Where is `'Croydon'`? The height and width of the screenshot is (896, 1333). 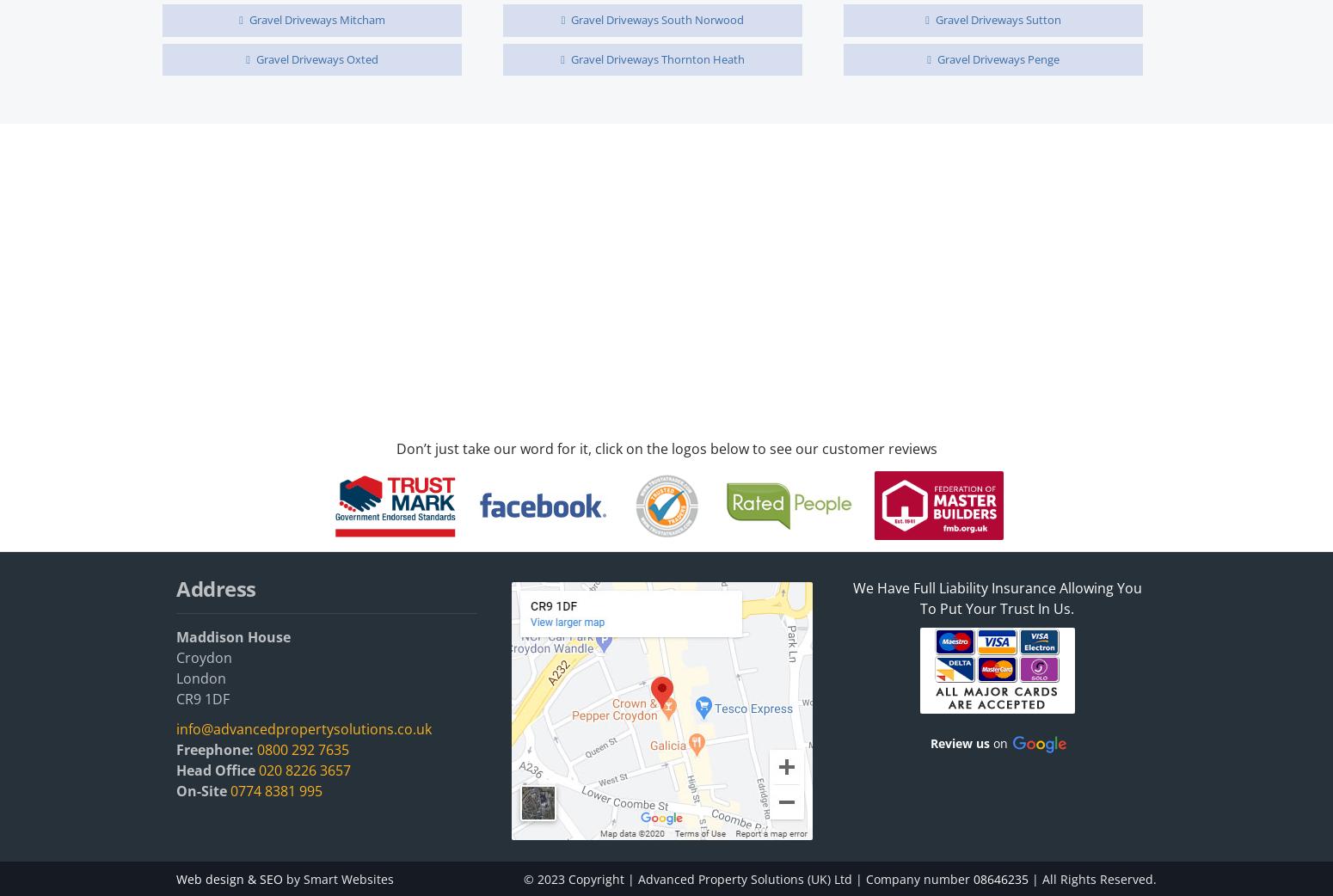 'Croydon' is located at coordinates (204, 657).